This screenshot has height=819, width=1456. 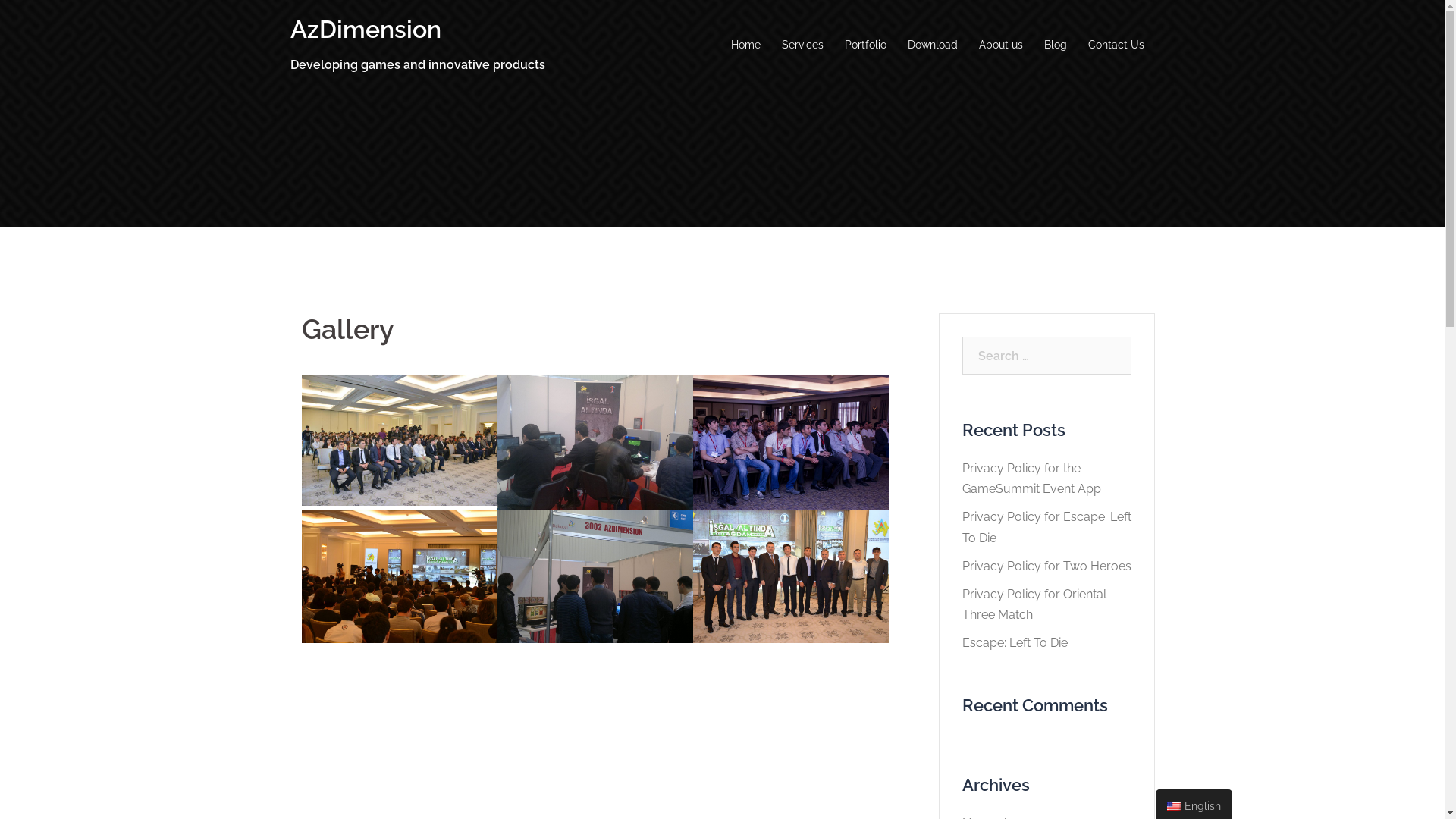 I want to click on 'Skip to content', so click(x=0, y=0).